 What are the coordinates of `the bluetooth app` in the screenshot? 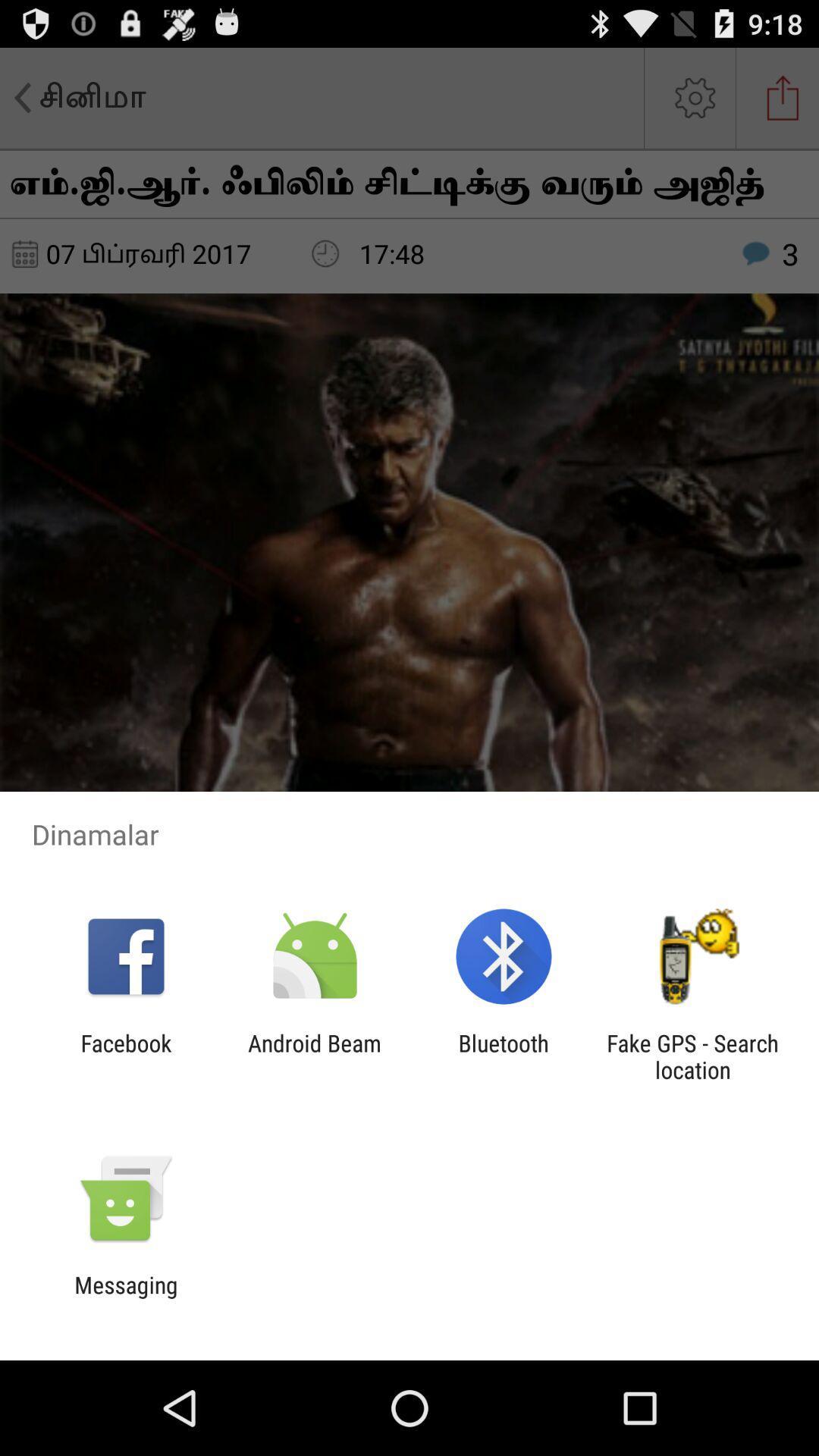 It's located at (504, 1056).